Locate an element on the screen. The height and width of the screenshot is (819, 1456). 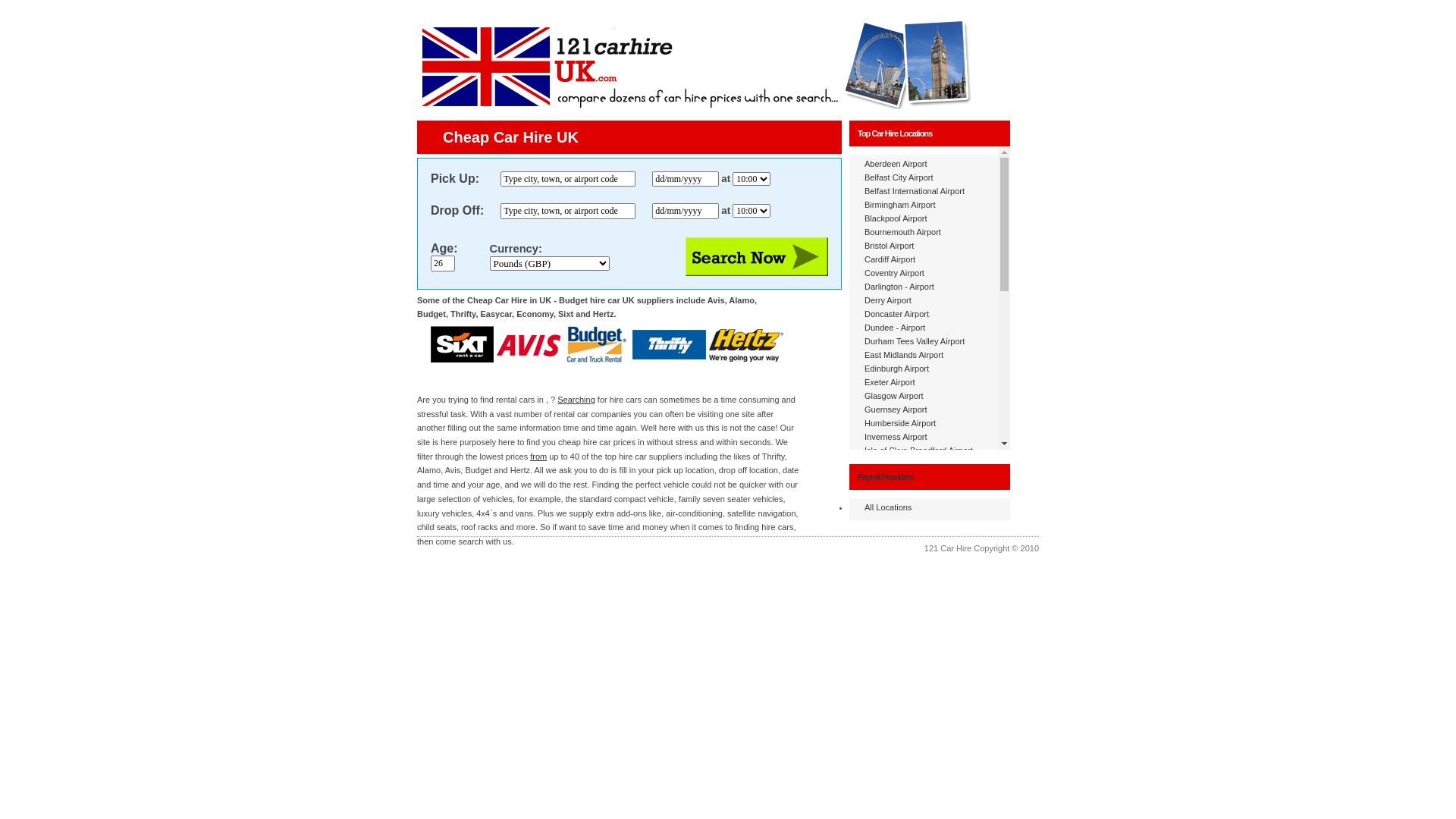
'Belfast City Airport' is located at coordinates (864, 177).